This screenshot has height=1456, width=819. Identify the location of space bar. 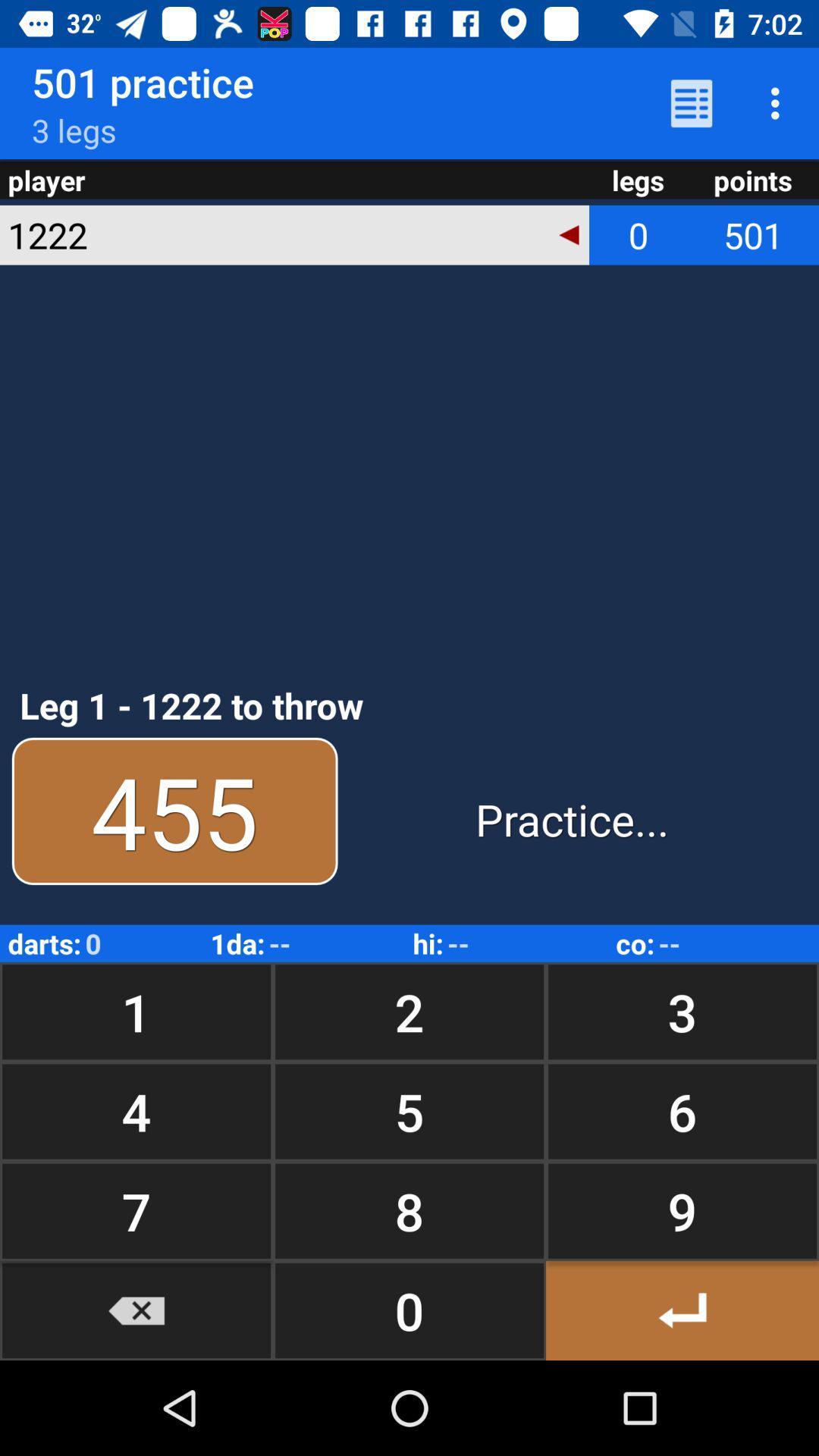
(681, 1310).